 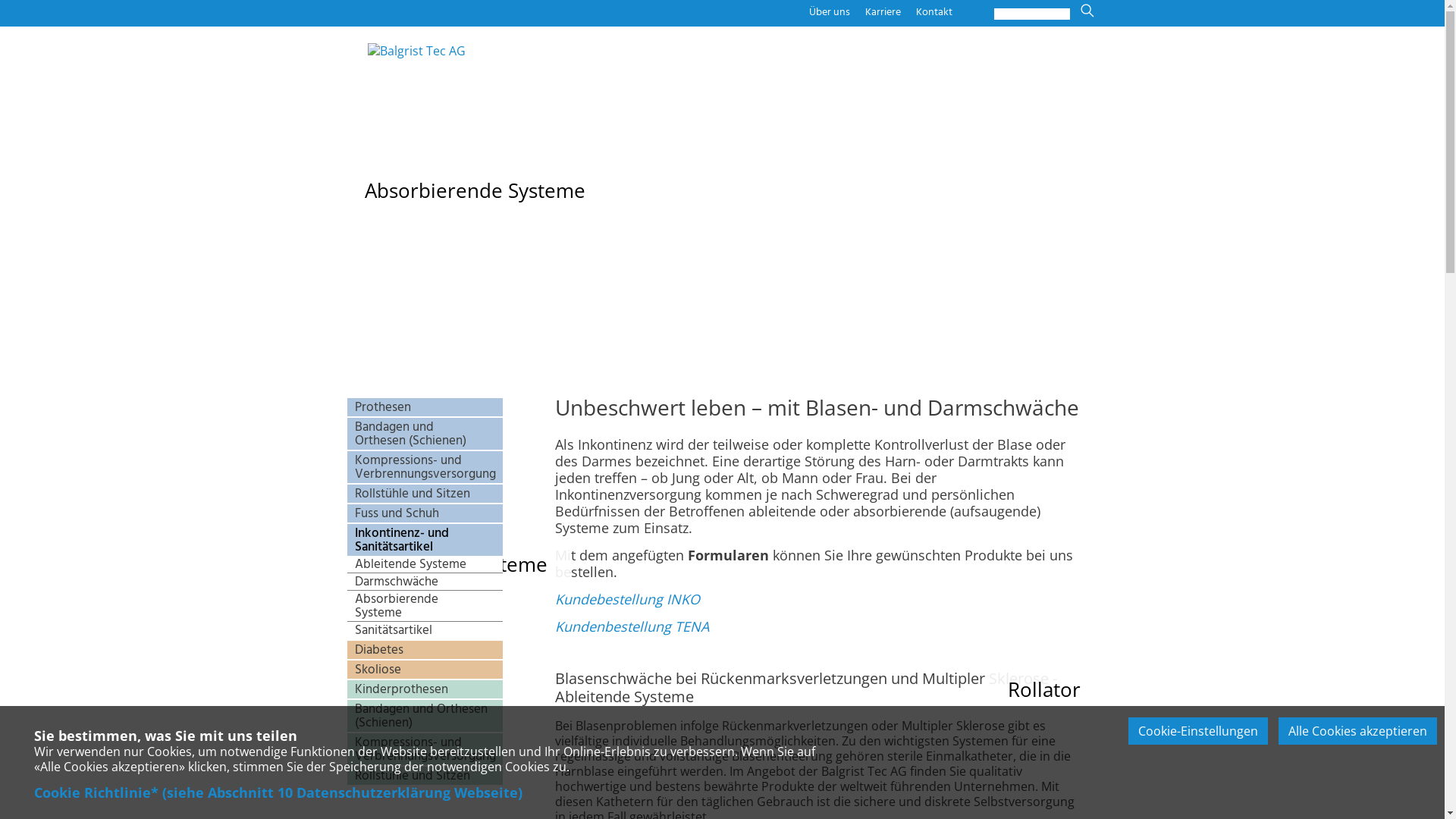 I want to click on 'Karriere', so click(x=864, y=11).